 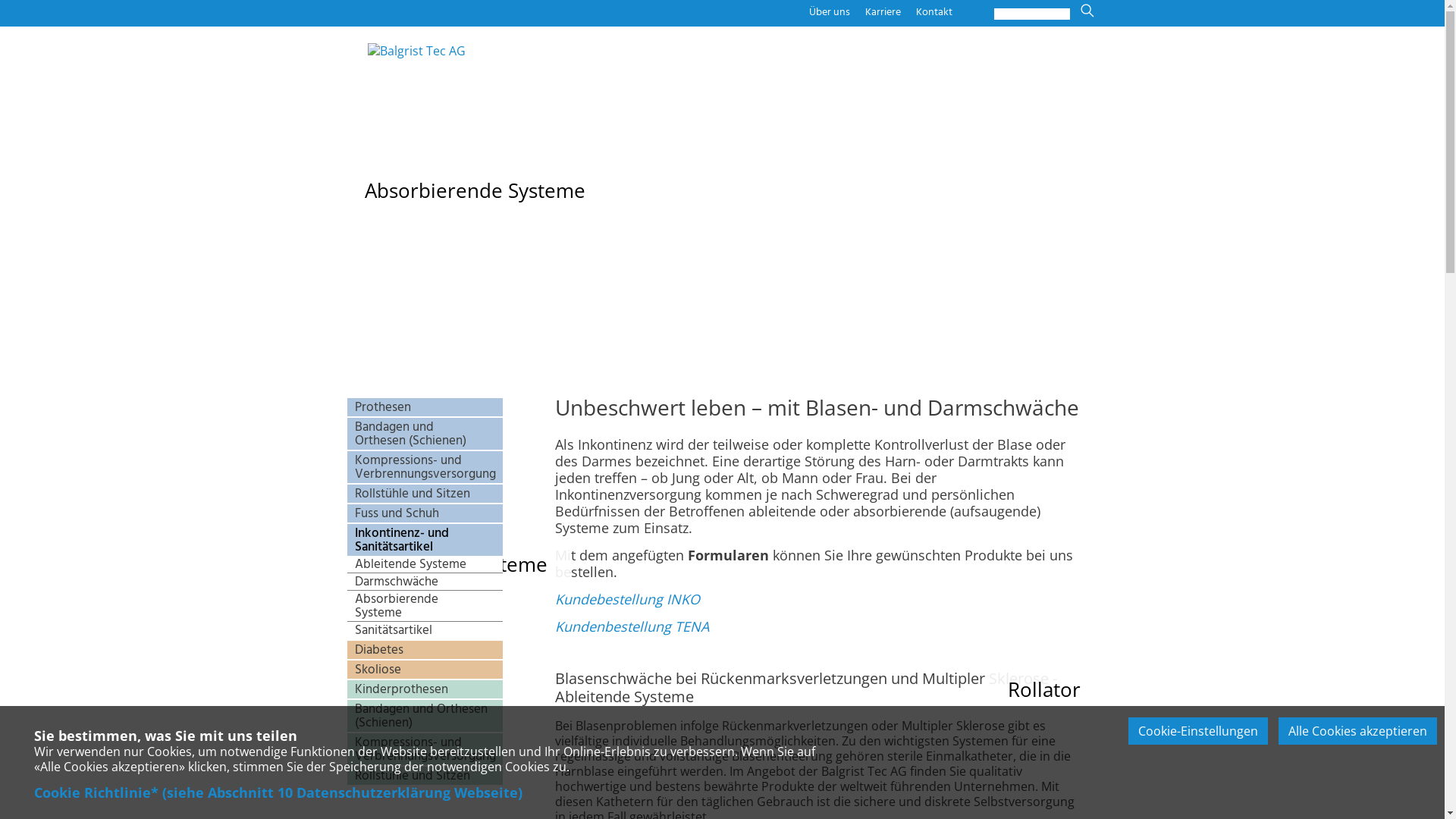 I want to click on 'Karriere', so click(x=864, y=11).